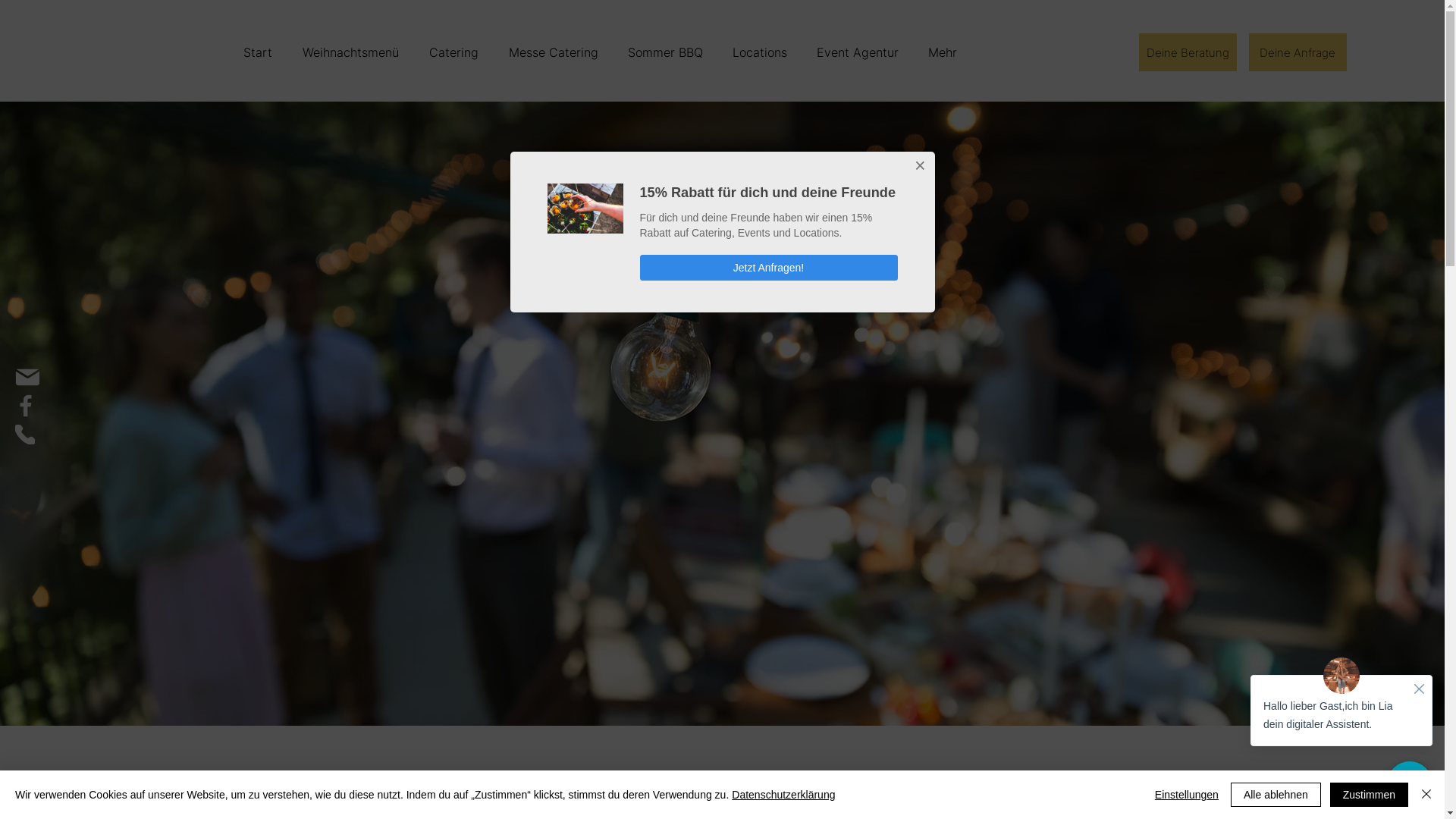 The height and width of the screenshot is (819, 1456). What do you see at coordinates (1187, 52) in the screenshot?
I see `'Deine Beratung'` at bounding box center [1187, 52].